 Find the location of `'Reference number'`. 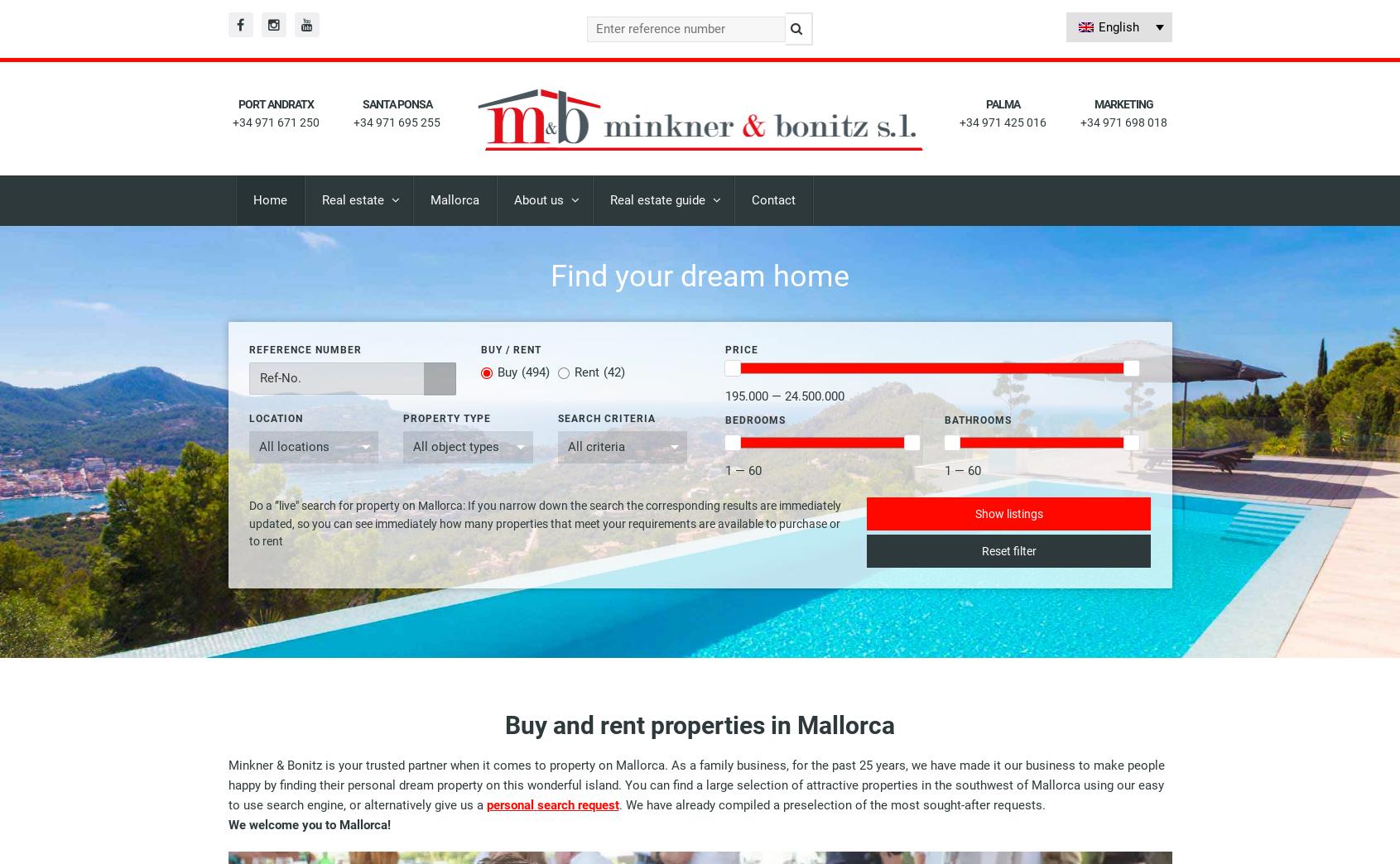

'Reference number' is located at coordinates (248, 348).